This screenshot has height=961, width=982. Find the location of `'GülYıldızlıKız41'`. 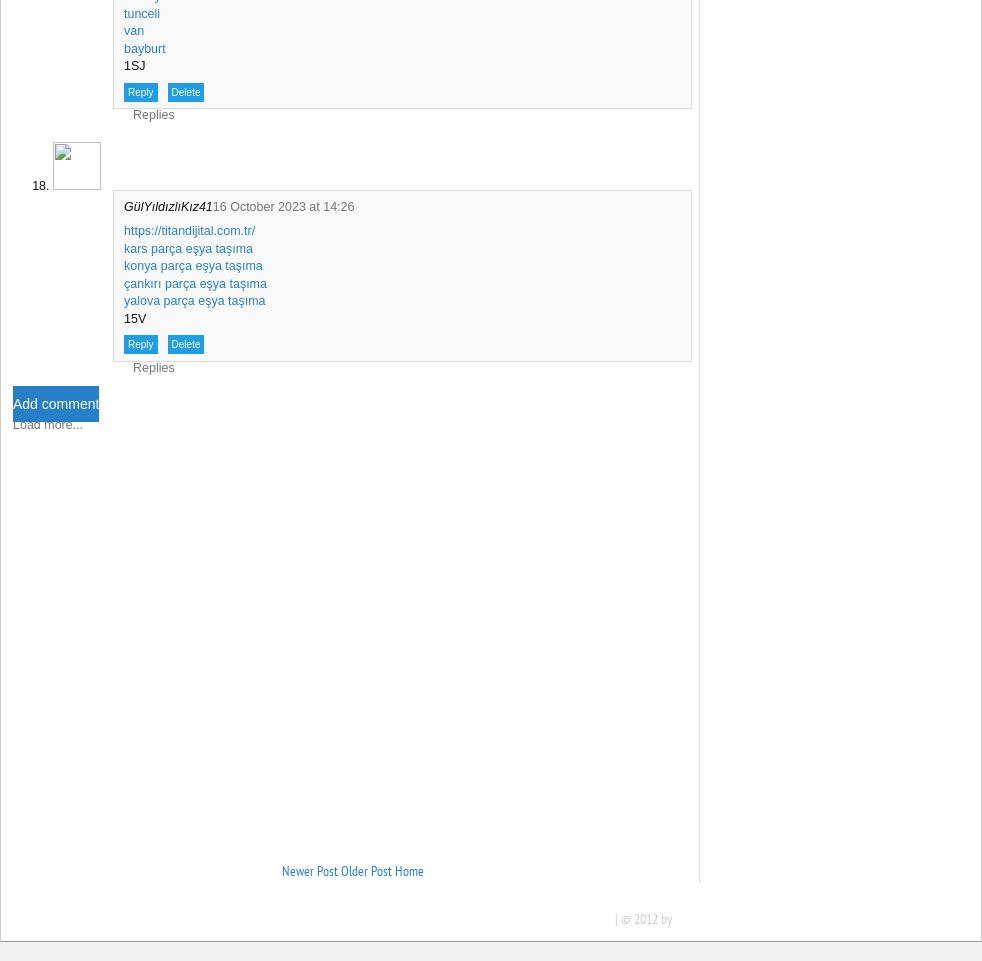

'GülYıldızlıKız41' is located at coordinates (167, 206).